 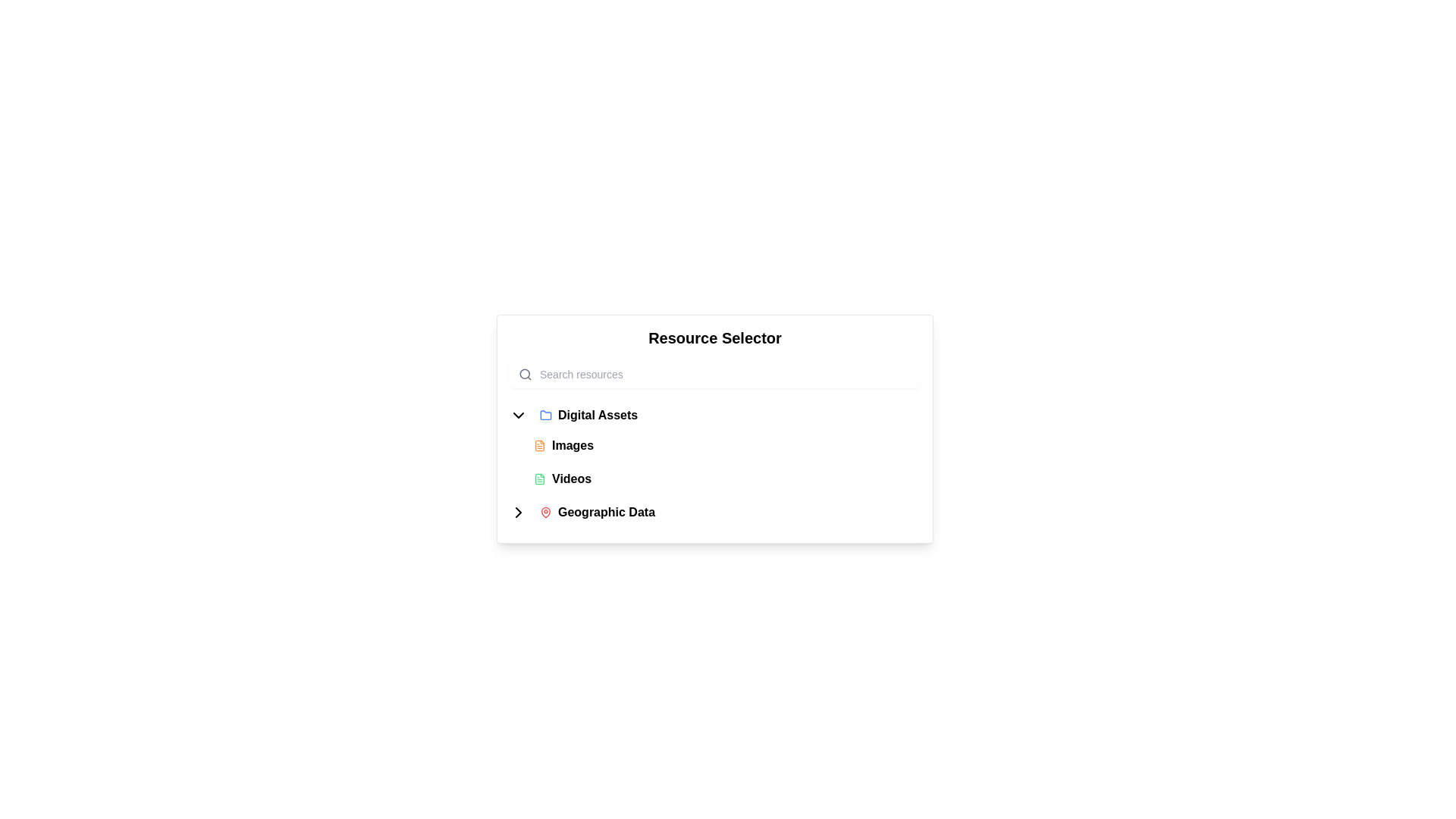 I want to click on the 'Videos' button located in the 'Resource Selector' dropdown menu under the 'Digital Assets' section, so click(x=562, y=479).